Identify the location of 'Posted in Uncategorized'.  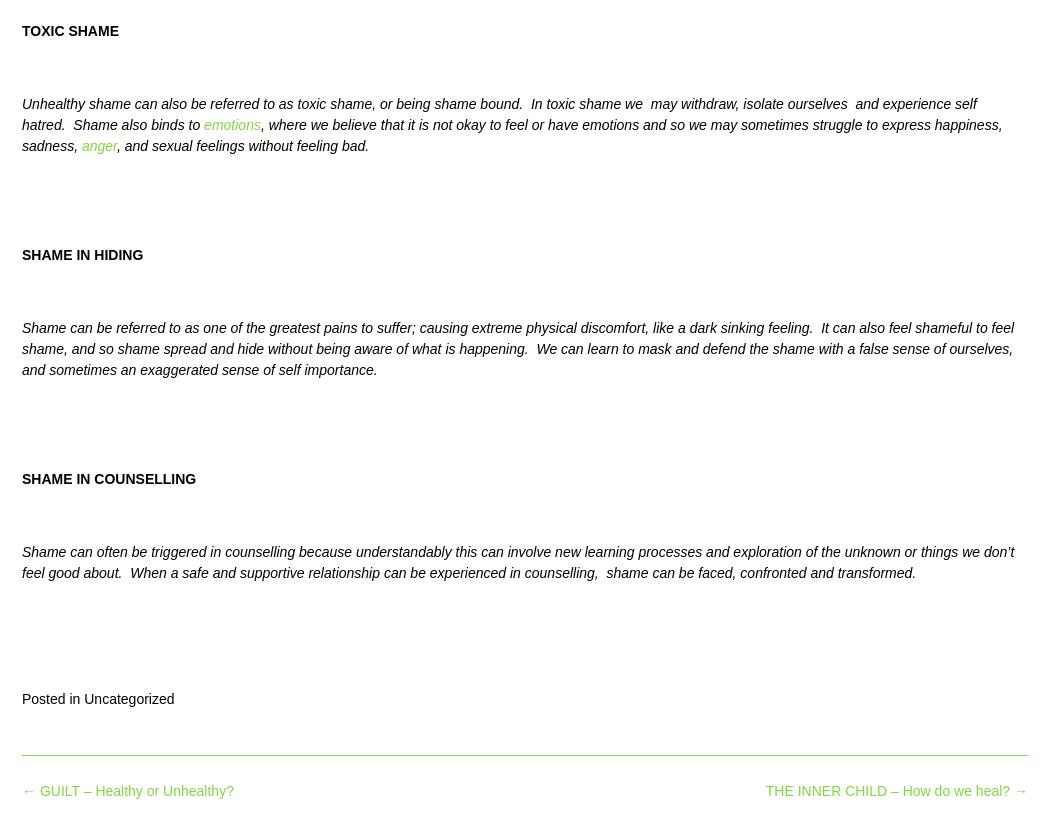
(97, 696).